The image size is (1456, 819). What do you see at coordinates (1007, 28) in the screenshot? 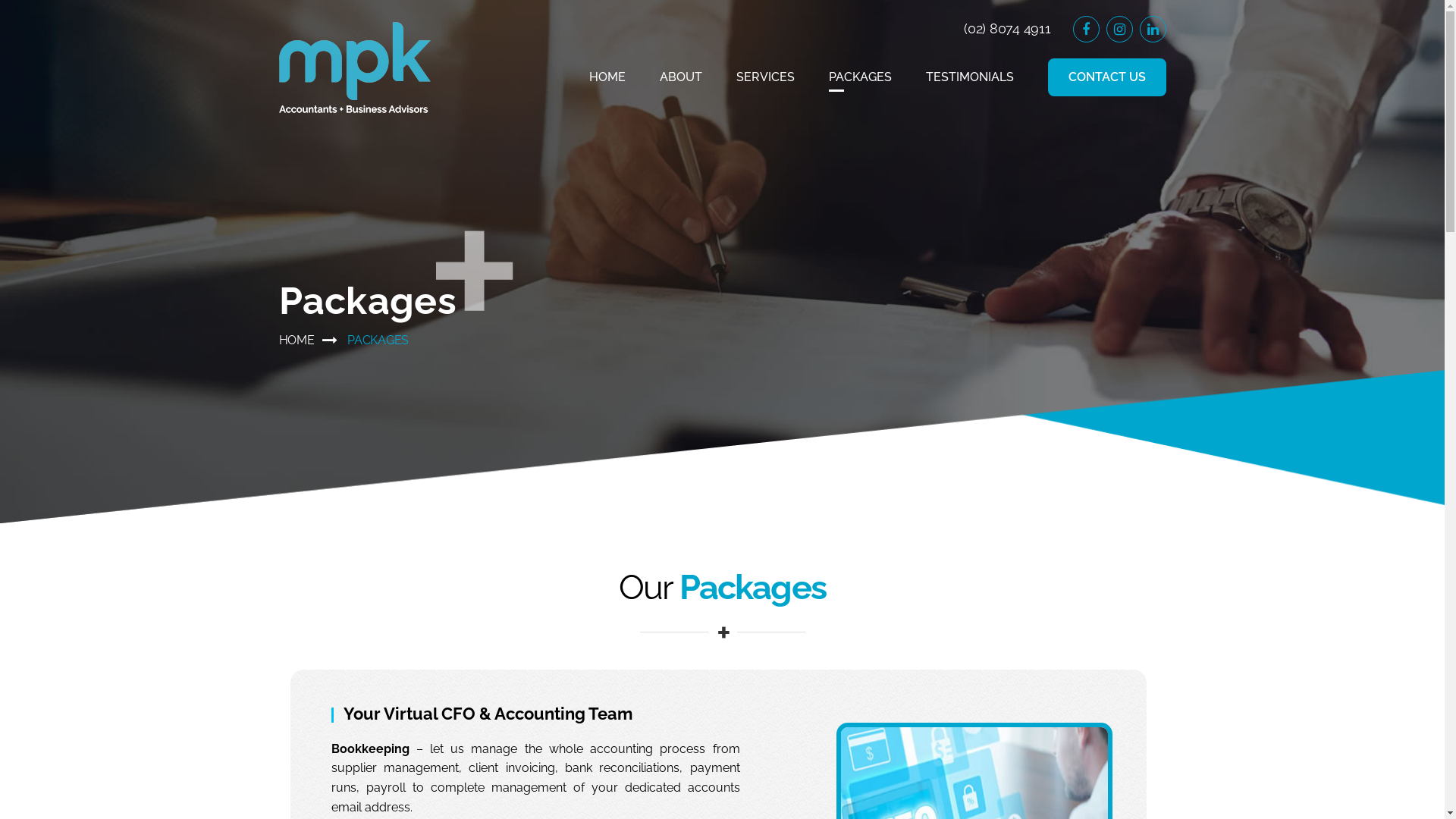
I see `'(02) 8074 4911'` at bounding box center [1007, 28].